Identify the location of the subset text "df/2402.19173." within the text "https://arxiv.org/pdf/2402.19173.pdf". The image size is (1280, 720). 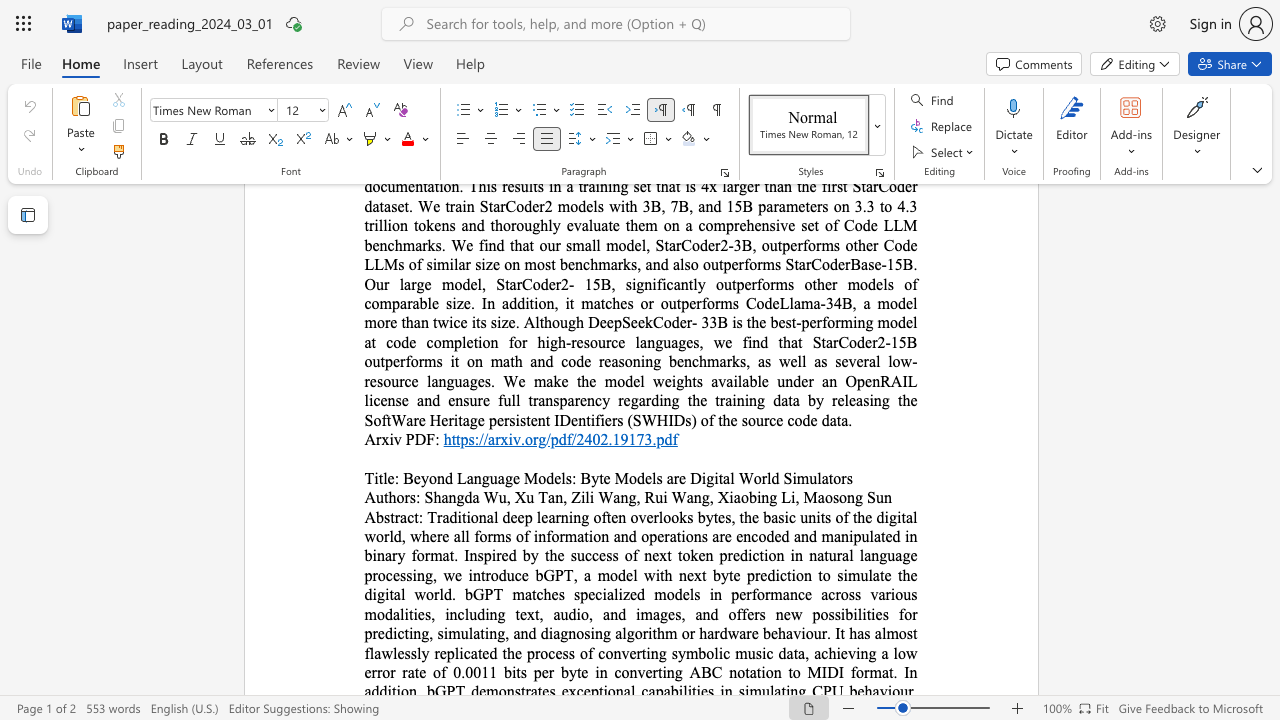
(558, 438).